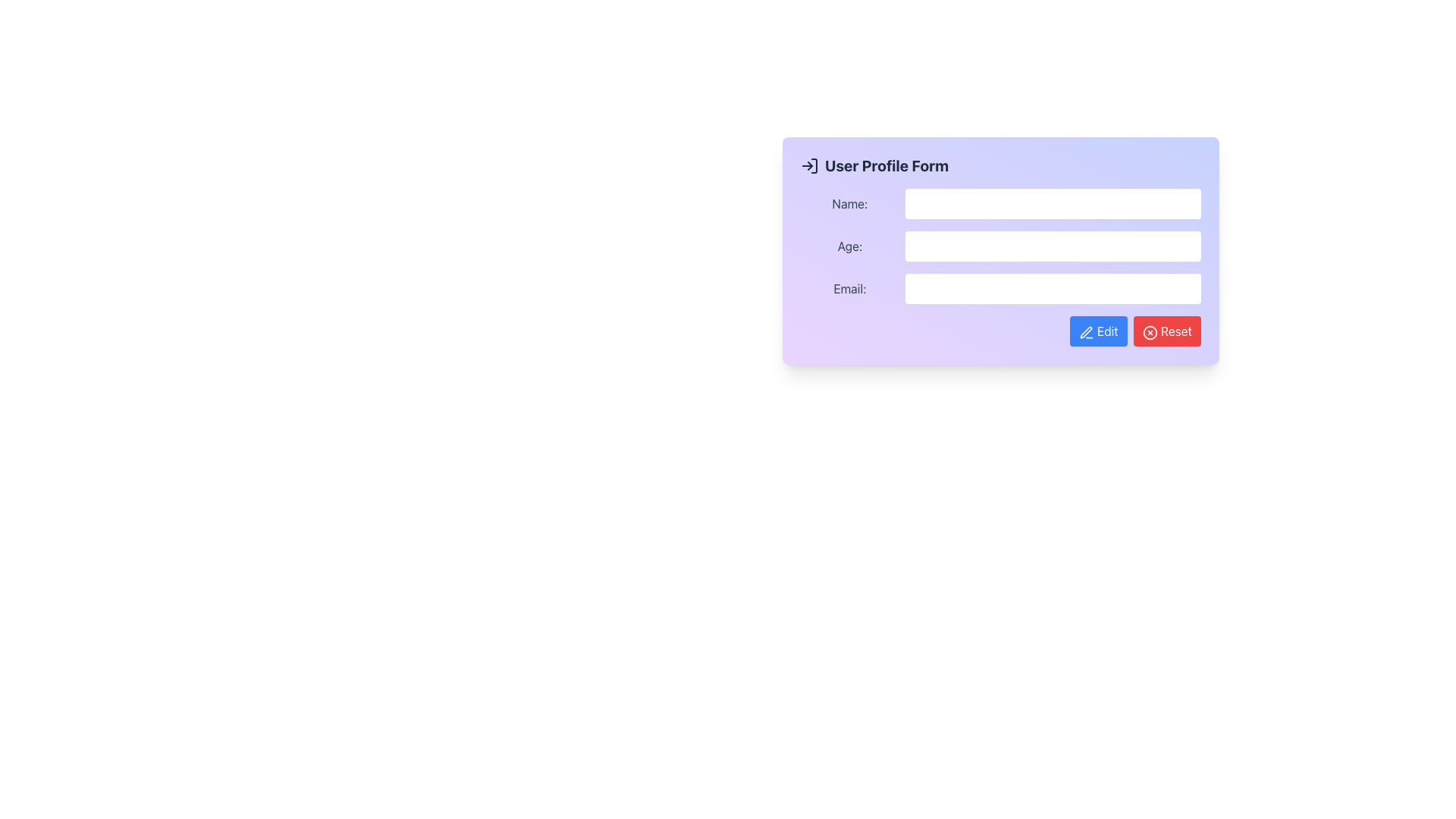 Image resolution: width=1456 pixels, height=819 pixels. I want to click on the email input box, which is part of the form field labeled 'Email:', located in the third row of a vertical list of labeled input fields, so click(1001, 289).